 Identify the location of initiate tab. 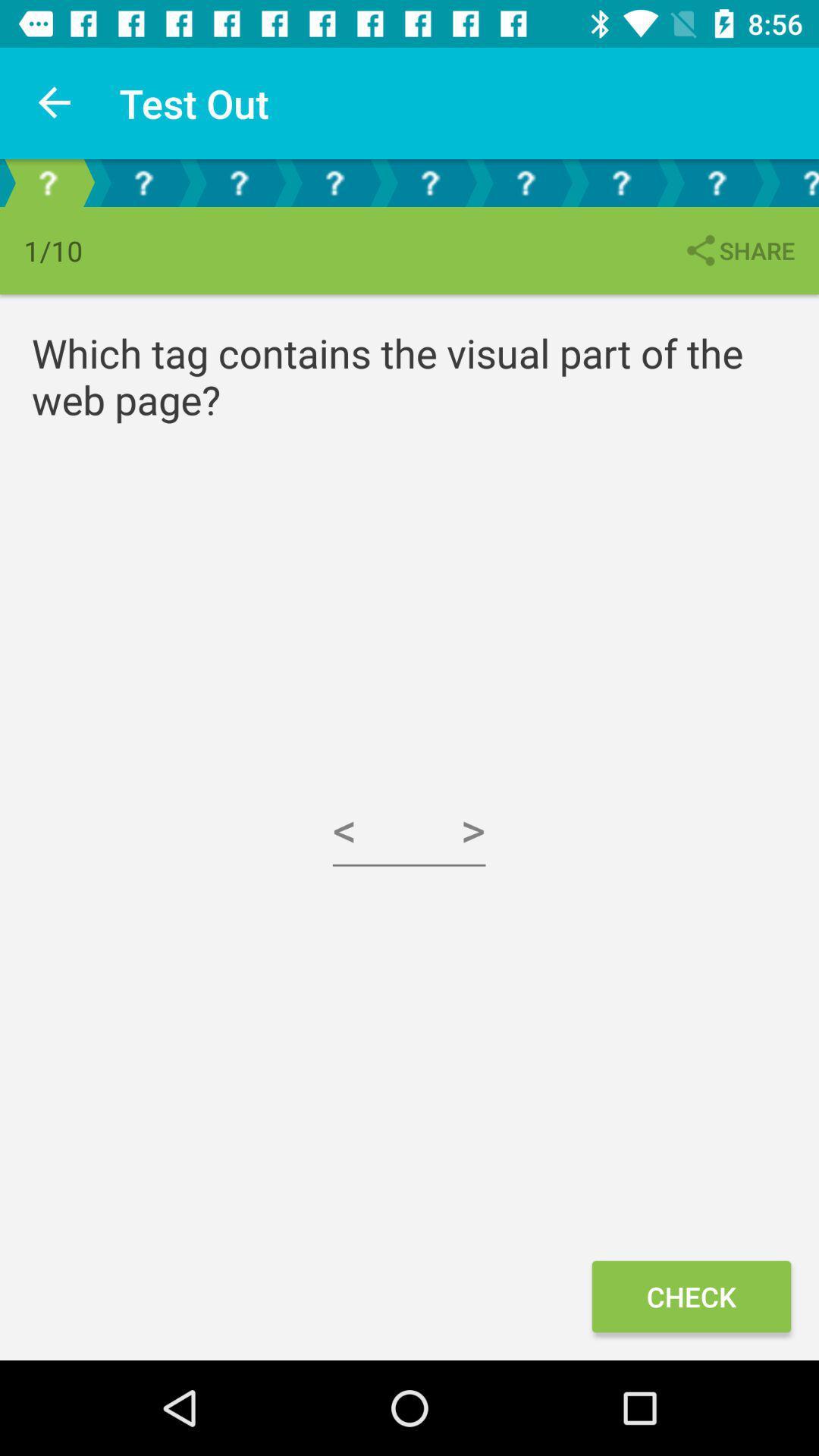
(525, 182).